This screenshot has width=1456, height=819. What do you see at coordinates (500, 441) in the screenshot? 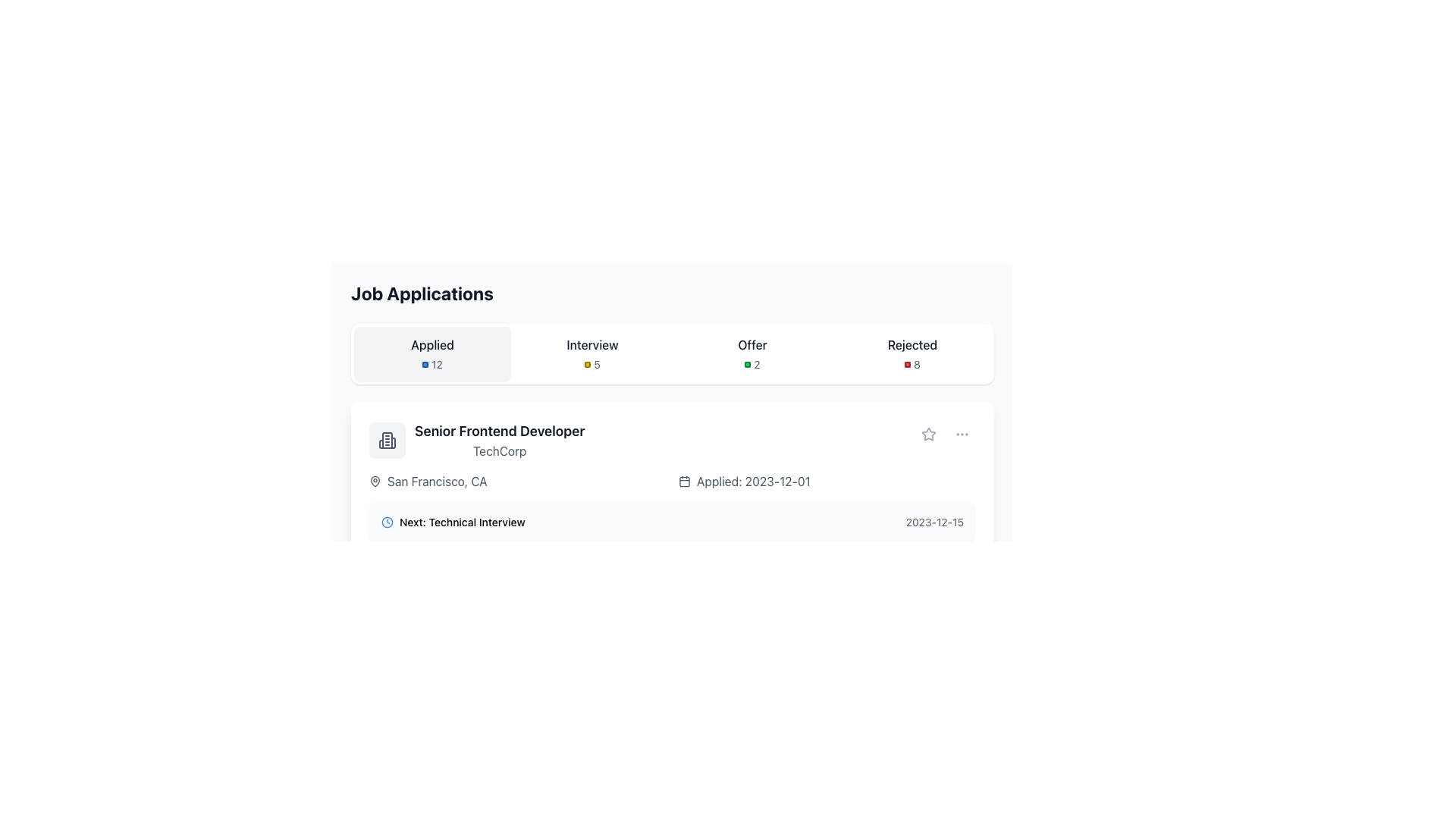
I see `the Text Display element which shows 'Senior Frontend Developer' and 'TechCorp', positioned centrally in the list item` at bounding box center [500, 441].